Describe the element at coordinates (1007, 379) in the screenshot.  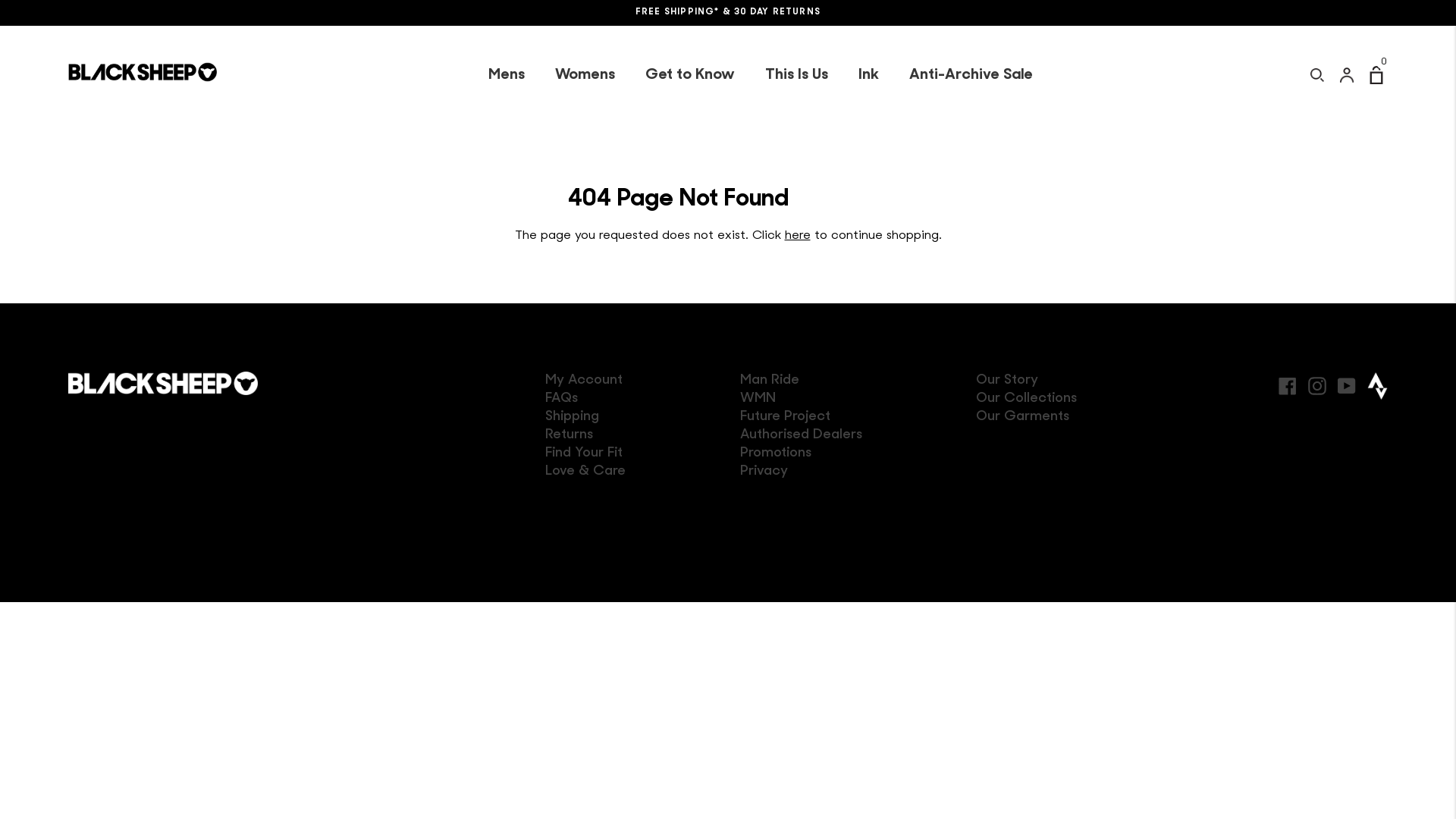
I see `'Our Story'` at that location.